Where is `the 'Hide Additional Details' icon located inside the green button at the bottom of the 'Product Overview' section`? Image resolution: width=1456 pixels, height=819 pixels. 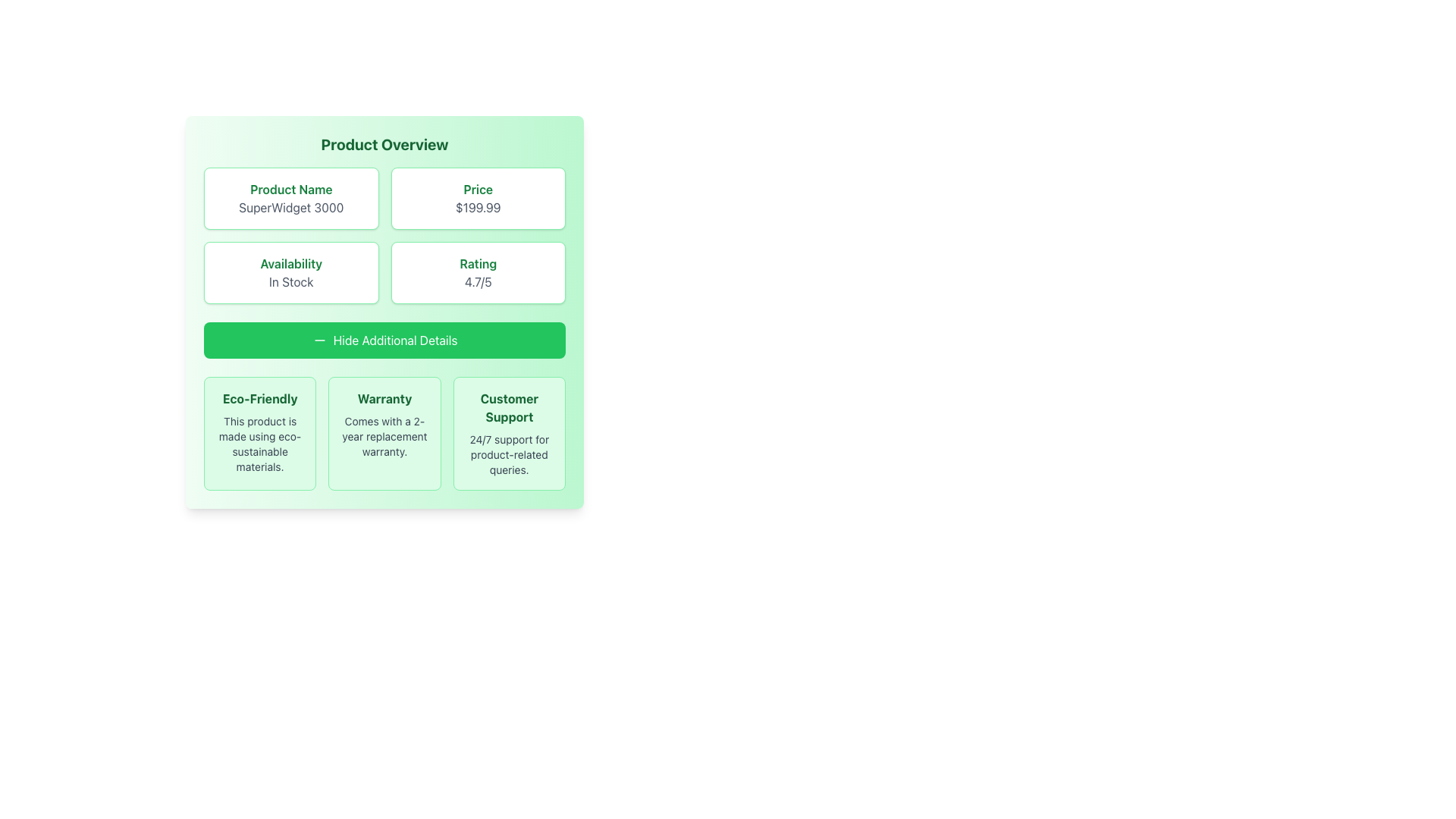 the 'Hide Additional Details' icon located inside the green button at the bottom of the 'Product Overview' section is located at coordinates (318, 339).